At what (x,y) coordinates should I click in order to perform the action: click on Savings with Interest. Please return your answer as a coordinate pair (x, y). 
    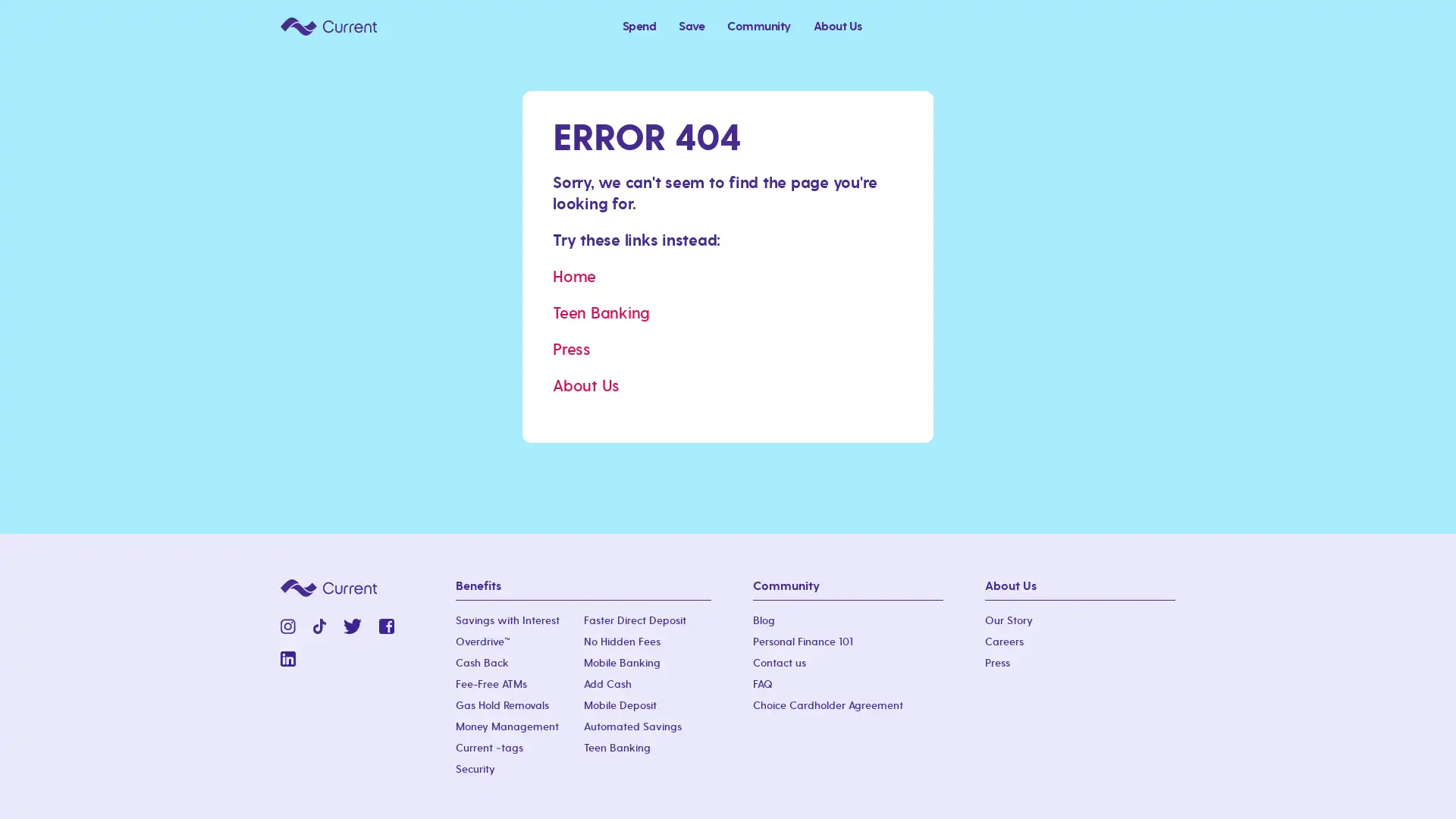
    Looking at the image, I should click on (507, 620).